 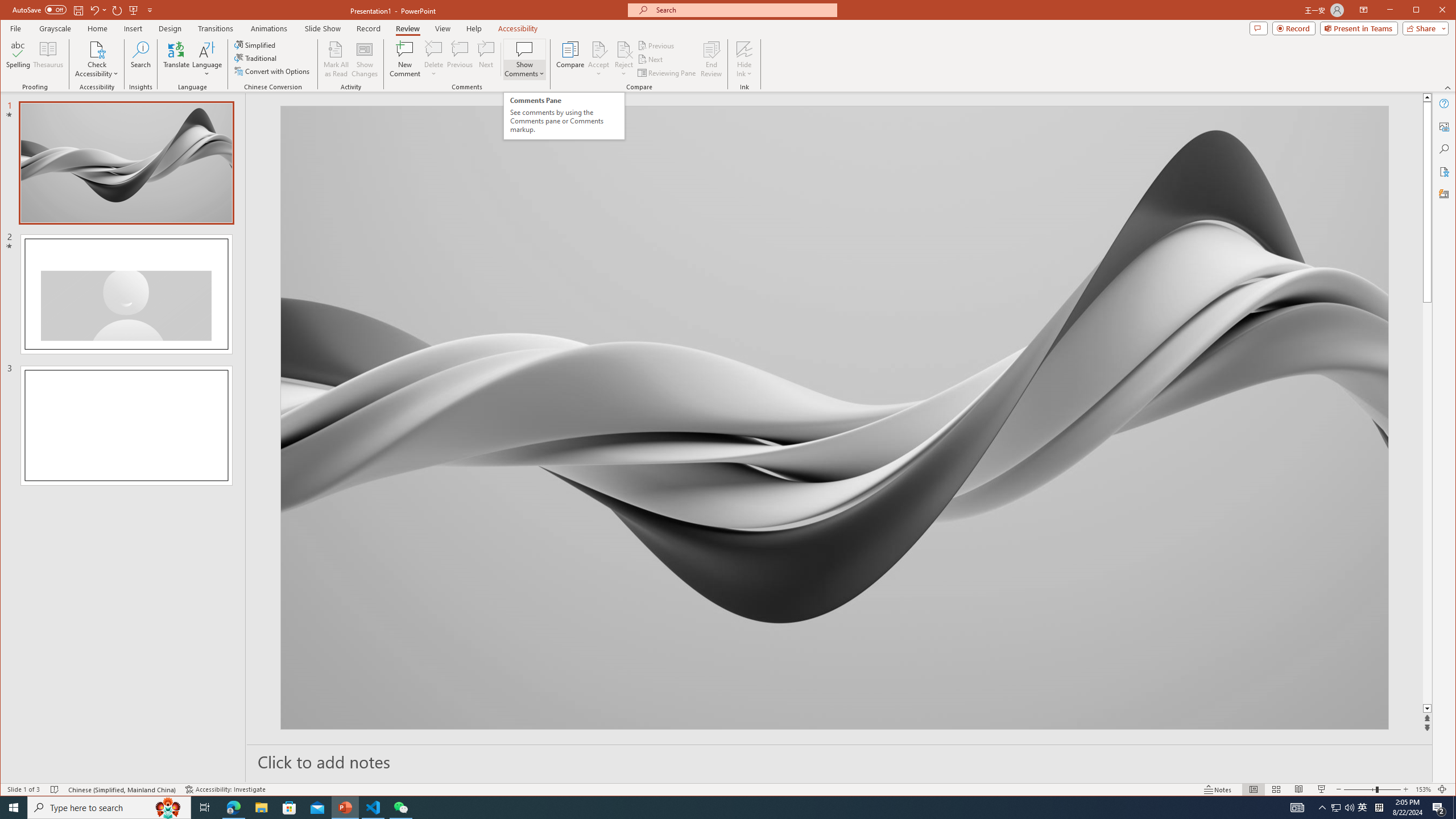 I want to click on 'Hide Ink', so click(x=744, y=48).